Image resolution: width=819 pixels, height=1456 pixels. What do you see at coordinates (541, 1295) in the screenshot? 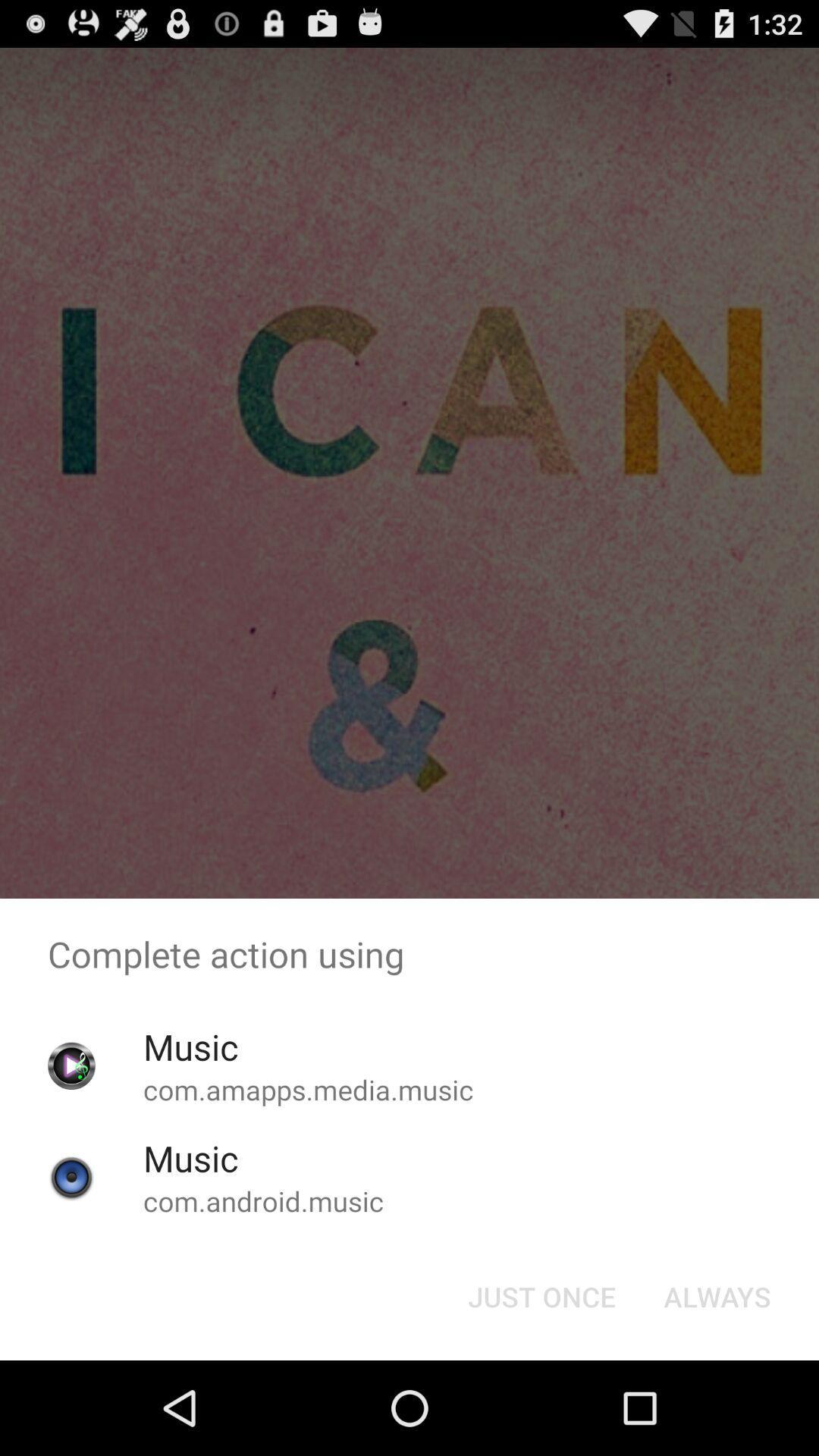
I see `item next to the always item` at bounding box center [541, 1295].